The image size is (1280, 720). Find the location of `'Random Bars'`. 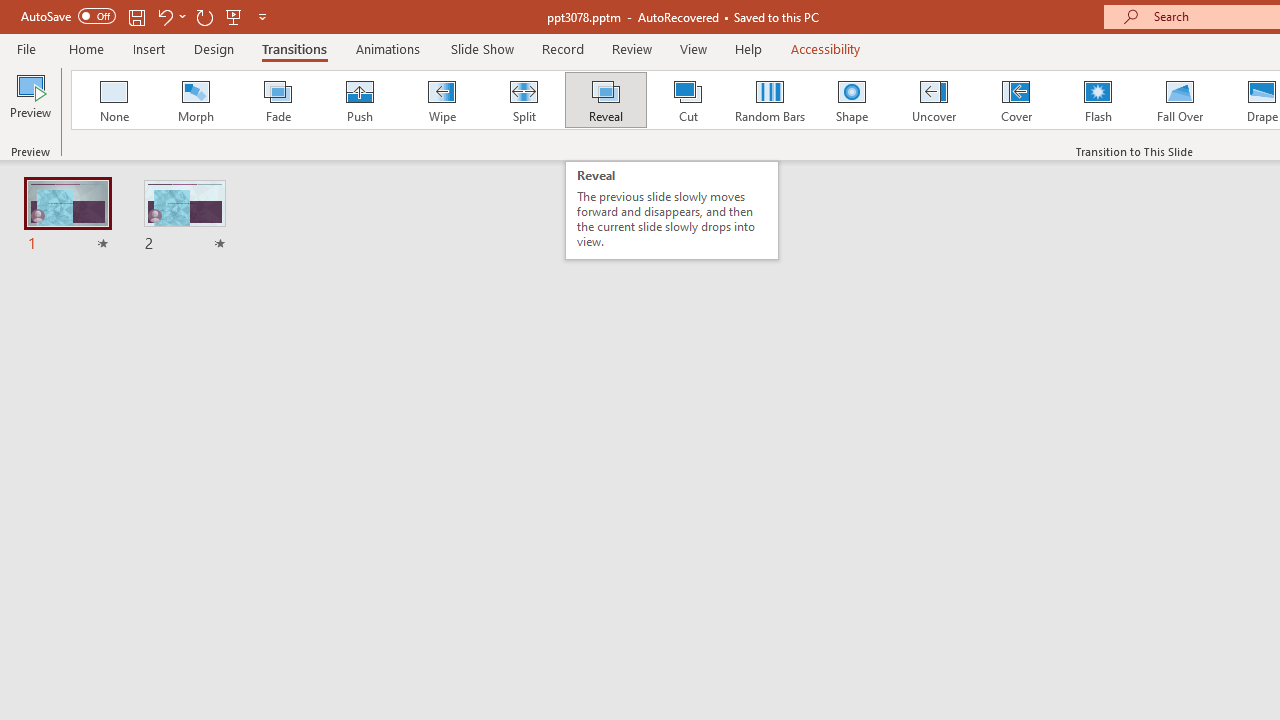

'Random Bars' is located at coordinates (769, 100).